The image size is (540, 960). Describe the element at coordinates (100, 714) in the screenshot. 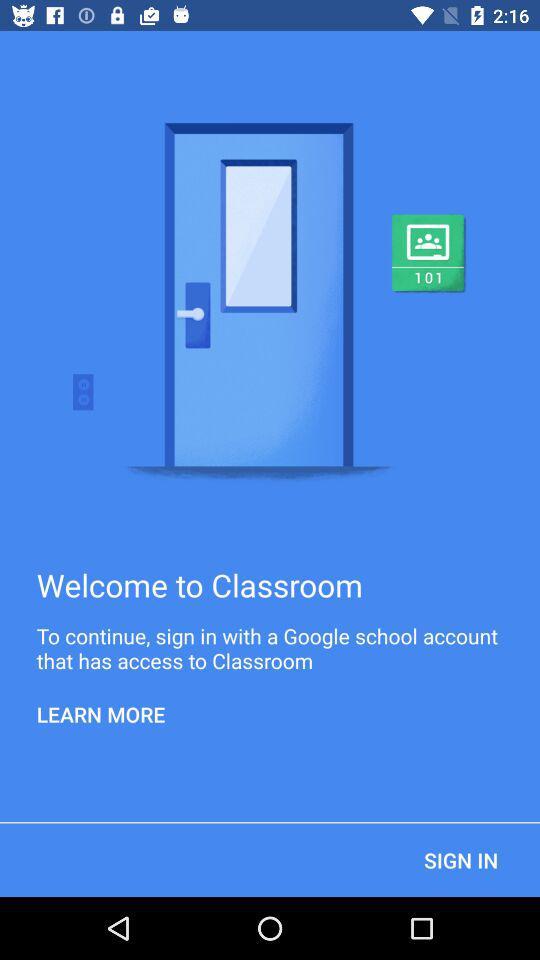

I see `the icon at the bottom left corner` at that location.